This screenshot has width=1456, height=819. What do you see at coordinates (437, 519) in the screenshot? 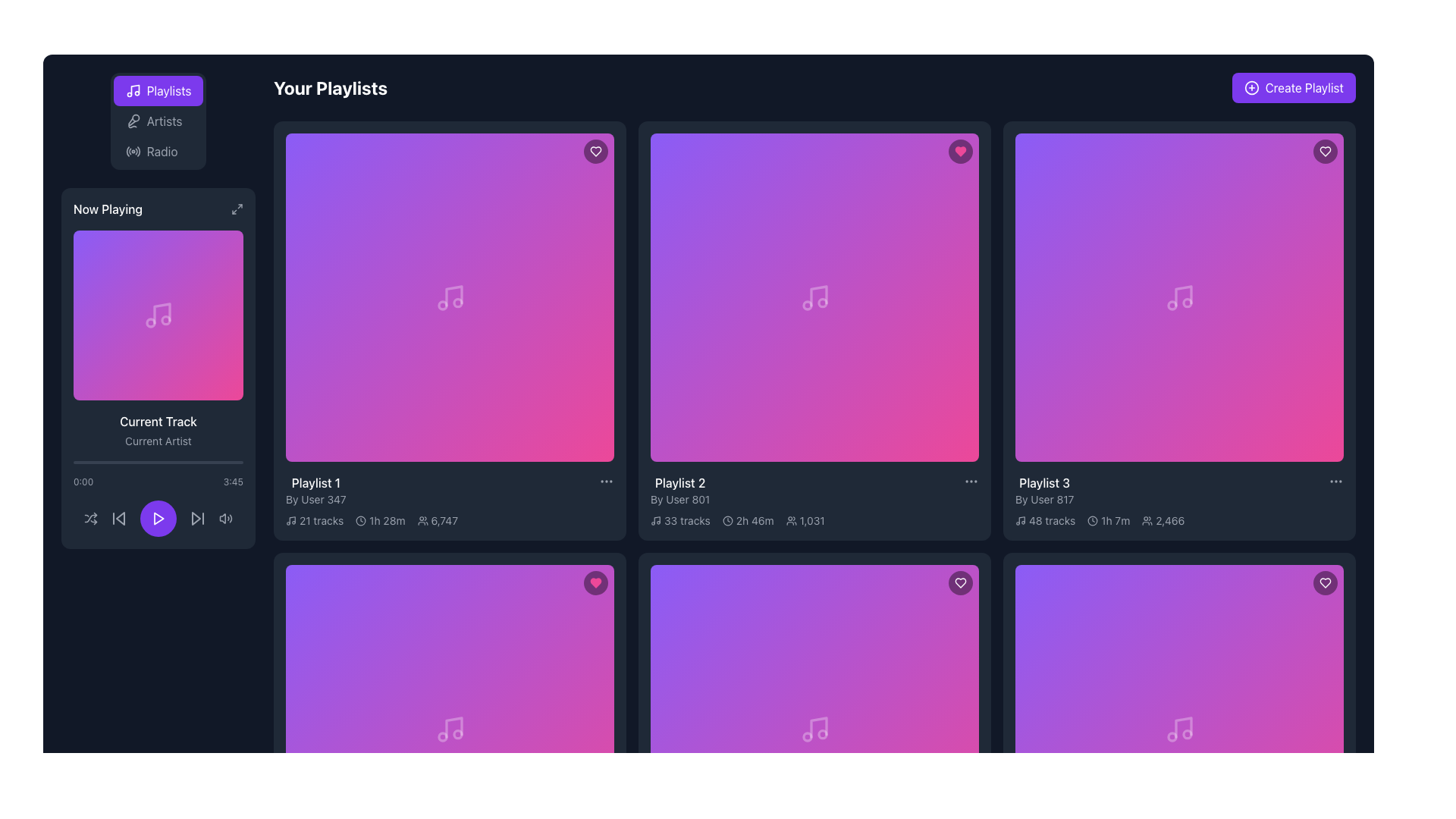
I see `contents of the text element displaying '6,747' alongside an icon of multiple users, which is located below 'Playlist 1 By User 347' and adjacent to '21 tracks' and '1h 28m'` at bounding box center [437, 519].